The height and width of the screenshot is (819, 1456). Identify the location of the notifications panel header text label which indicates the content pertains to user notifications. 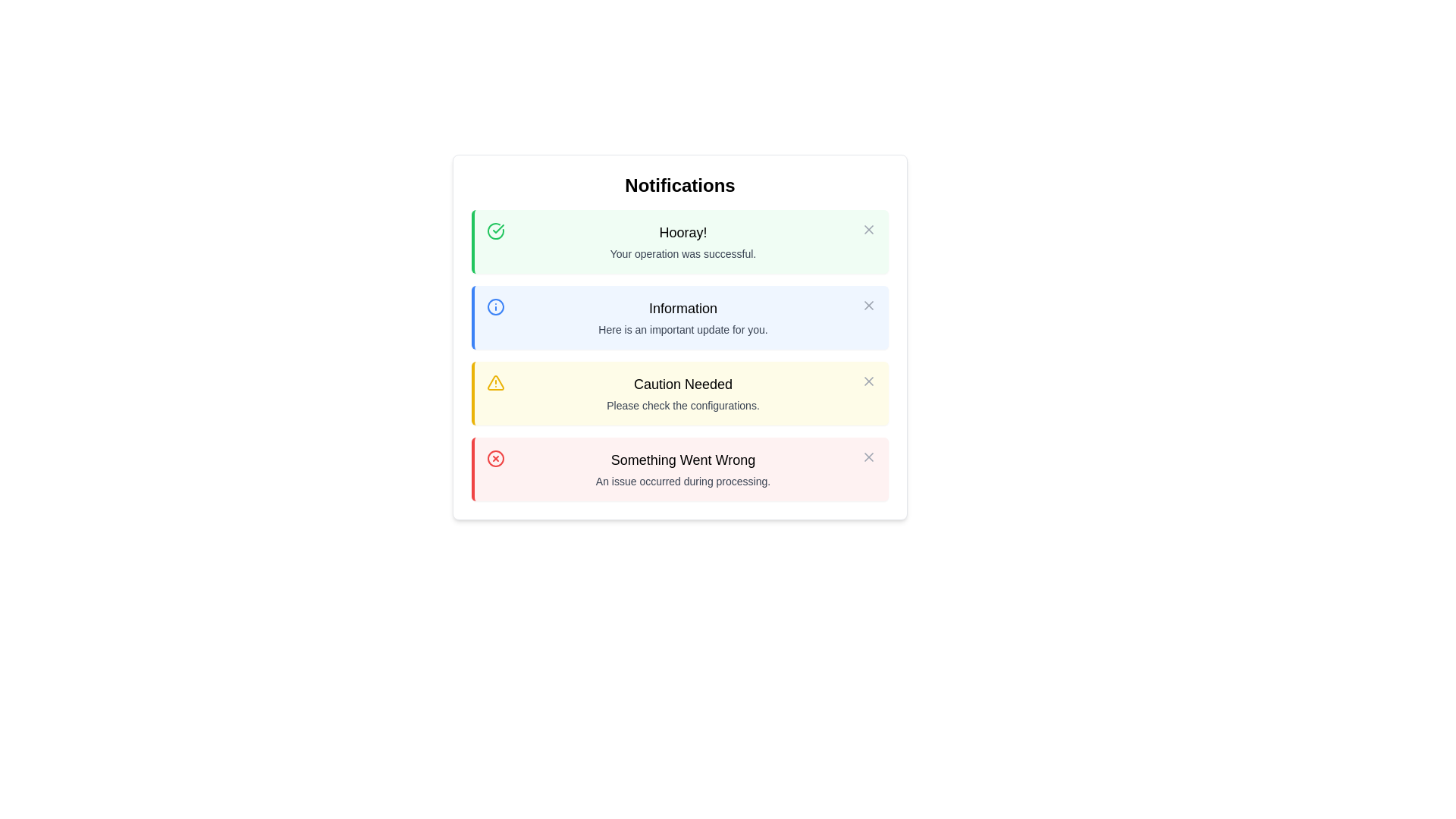
(679, 185).